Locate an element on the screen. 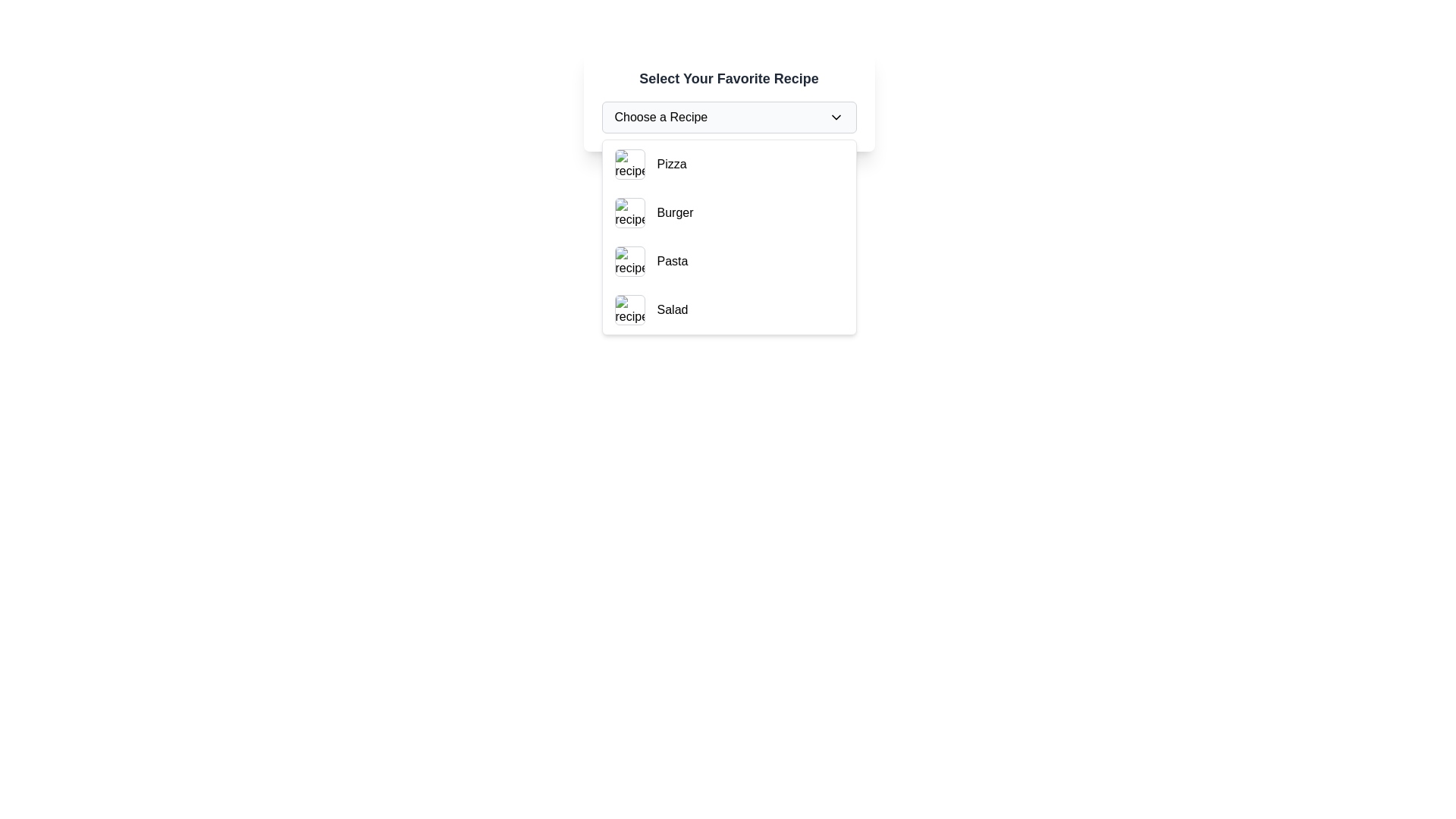 This screenshot has width=1456, height=819. to select the 'Burger' option from the dropdown menu, which is the second item in the list, positioned below 'Pizza' and above 'Pasta' is located at coordinates (729, 213).